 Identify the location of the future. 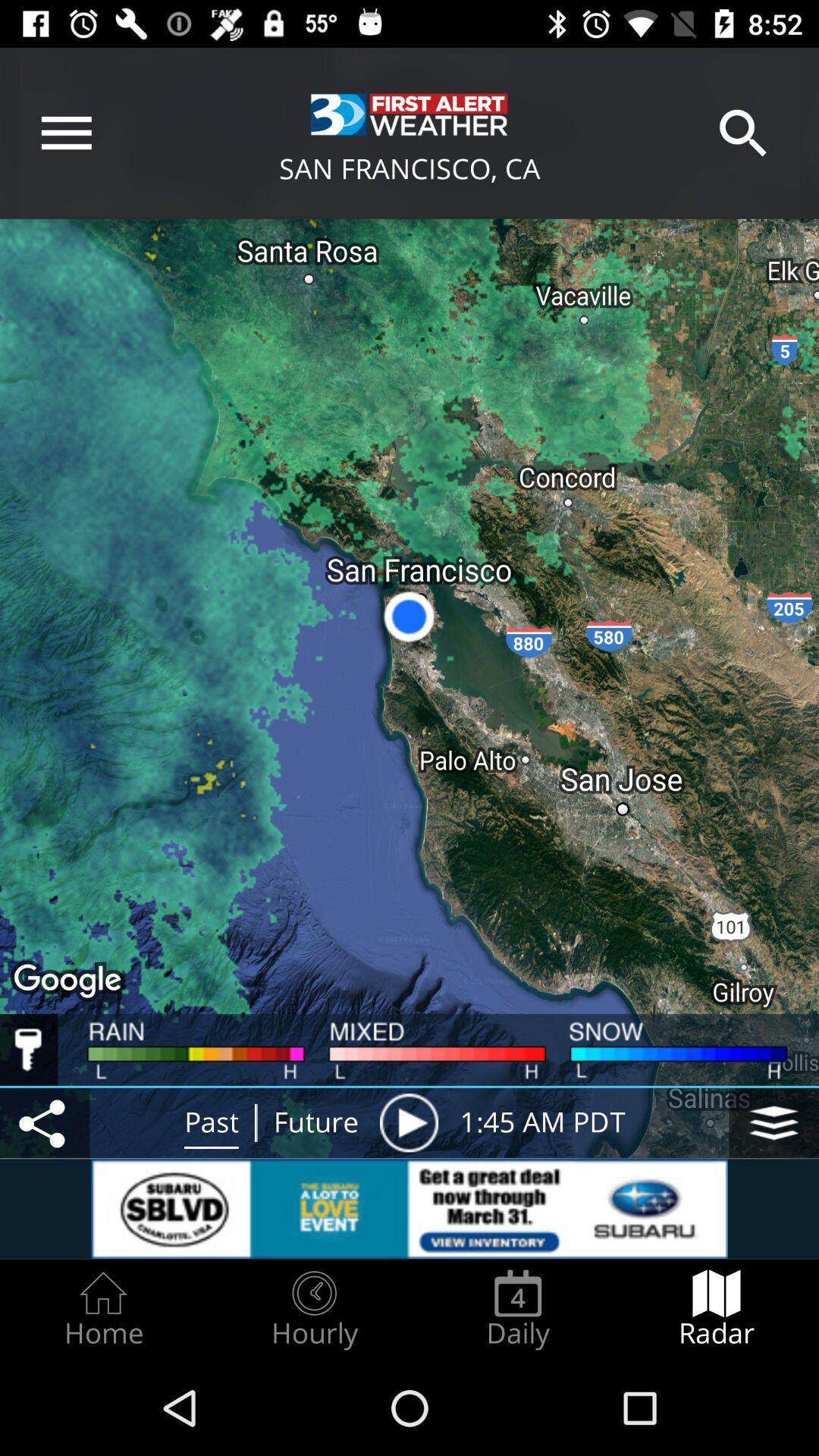
(315, 1123).